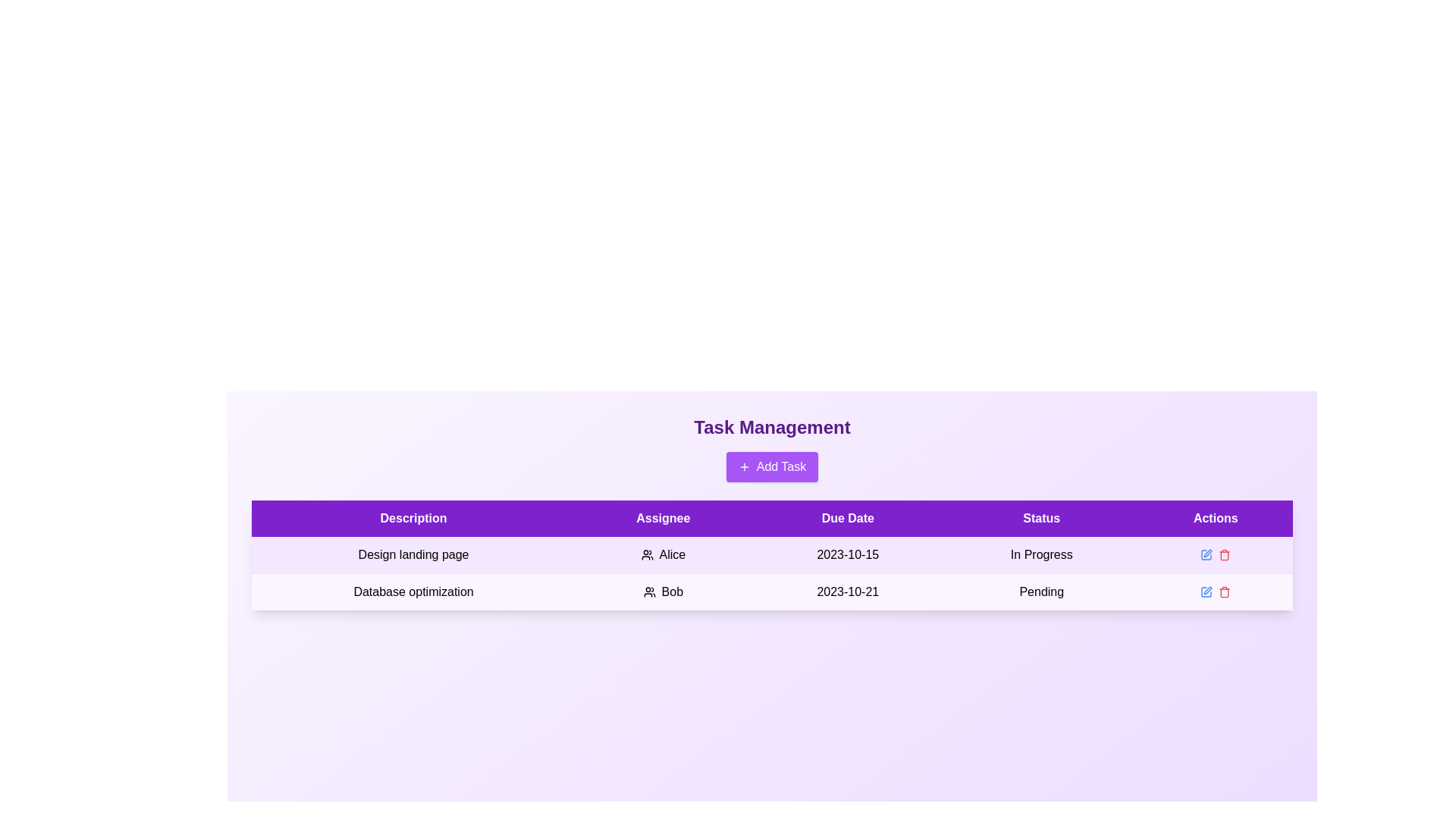  Describe the element at coordinates (1216, 591) in the screenshot. I see `the grouped interactive icons in the 'Actions' column of the second row, which corresponds to 'Database optimization'` at that location.